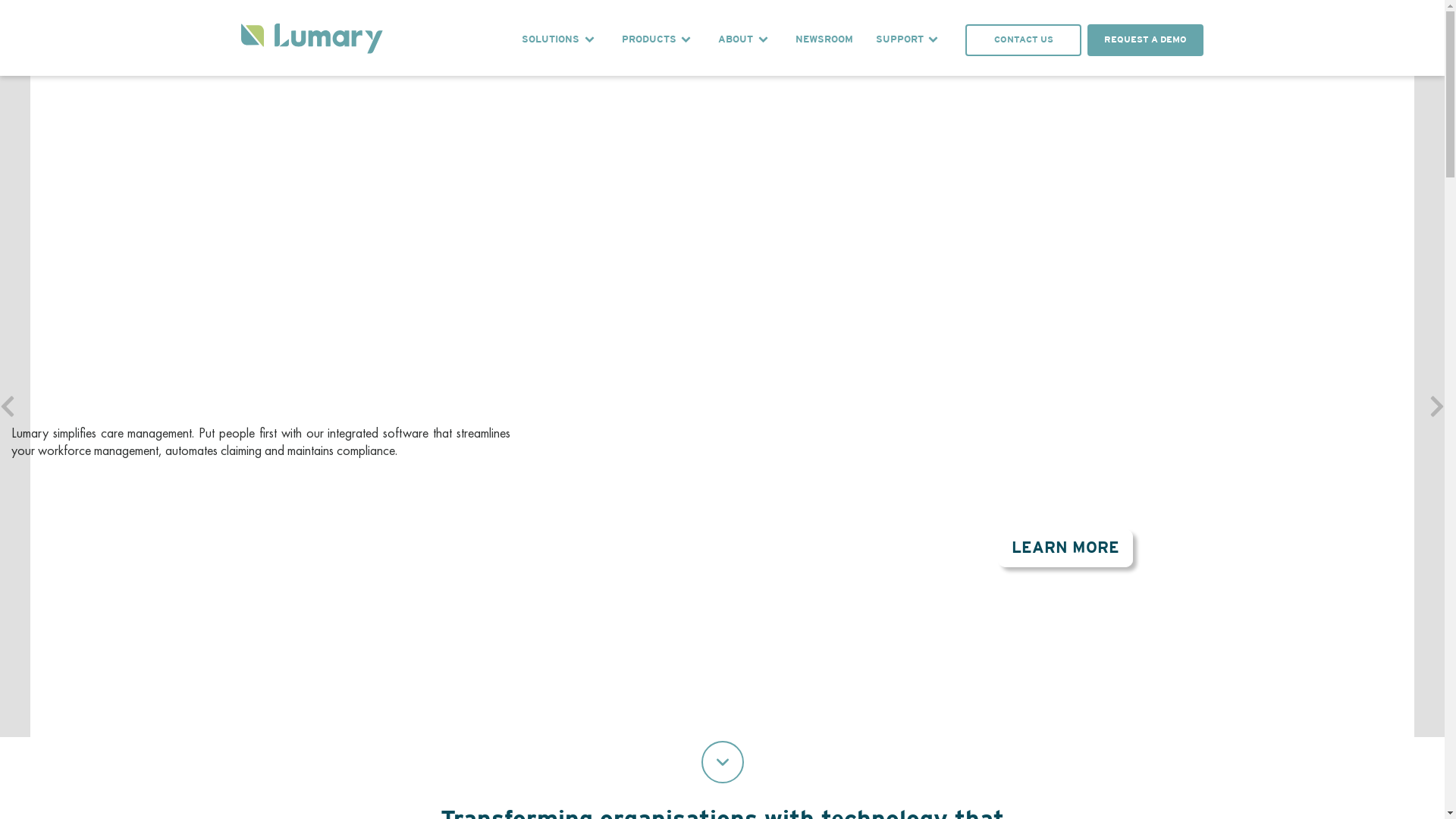  I want to click on 'REQUEST A DEMO', so click(67, 522).